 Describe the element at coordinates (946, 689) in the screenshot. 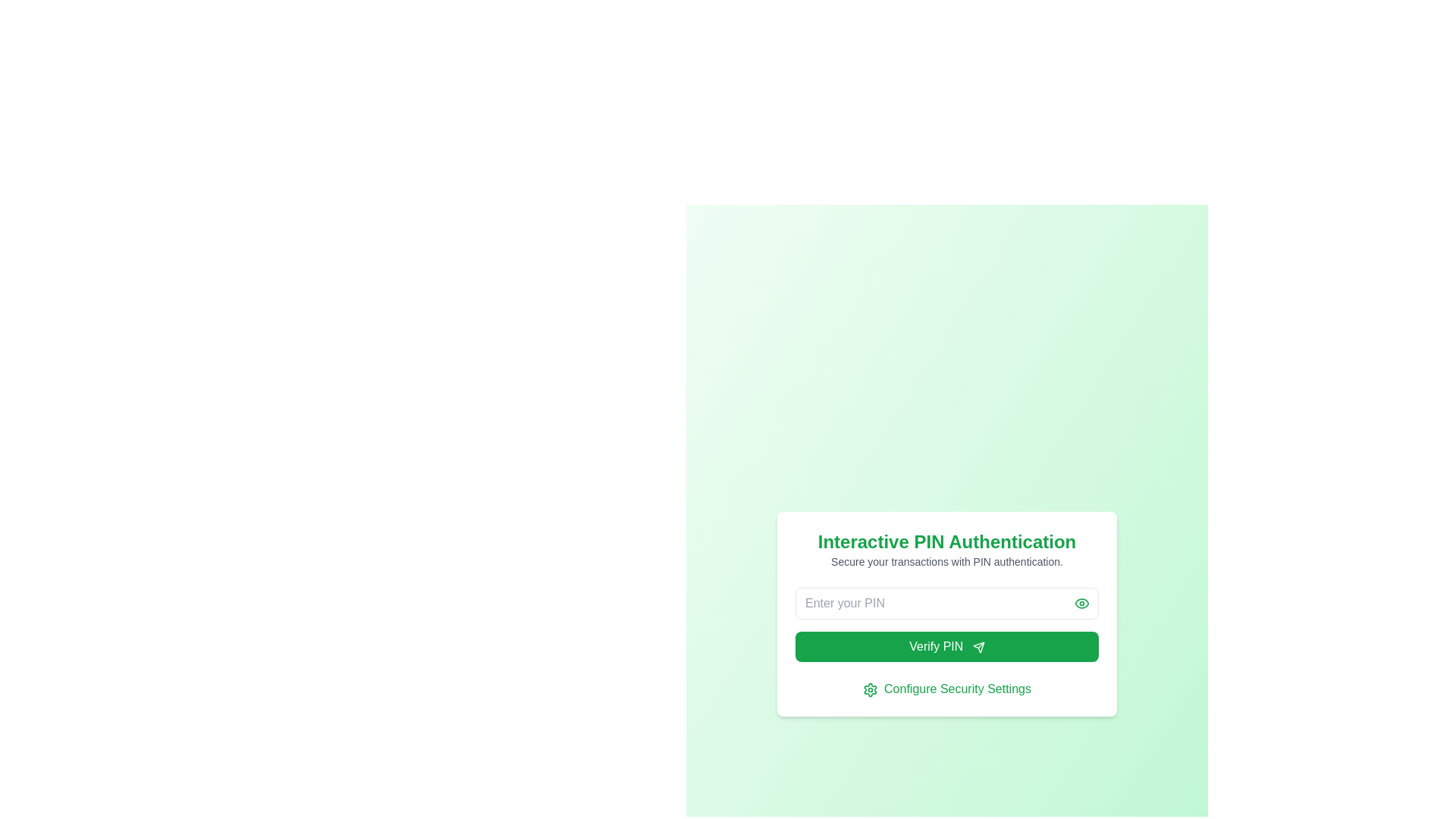

I see `the text element directing users to configure or modify security settings, located at the bottom of the 'Interactive PIN Authentication' box` at that location.